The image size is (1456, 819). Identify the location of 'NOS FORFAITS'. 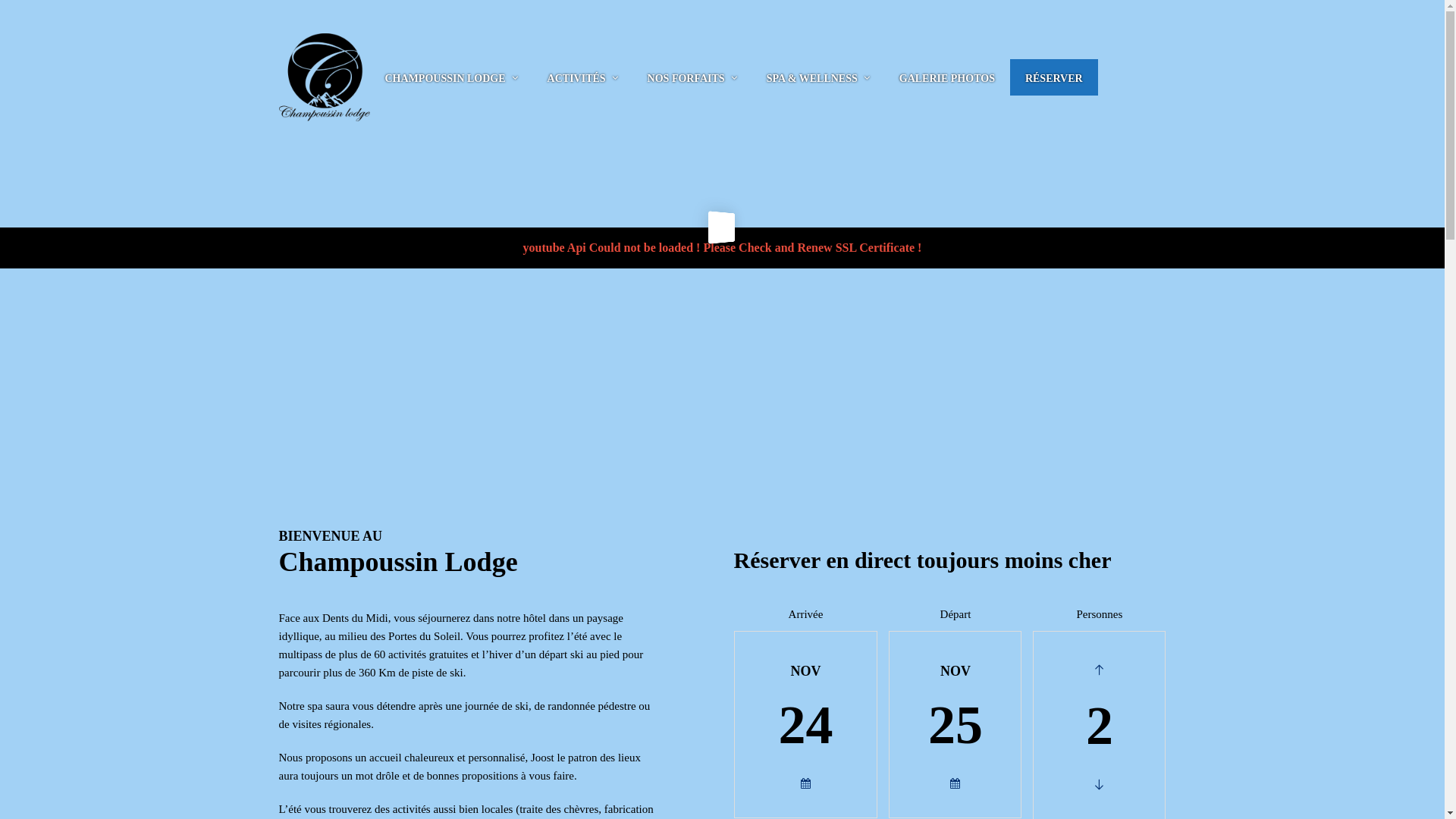
(686, 77).